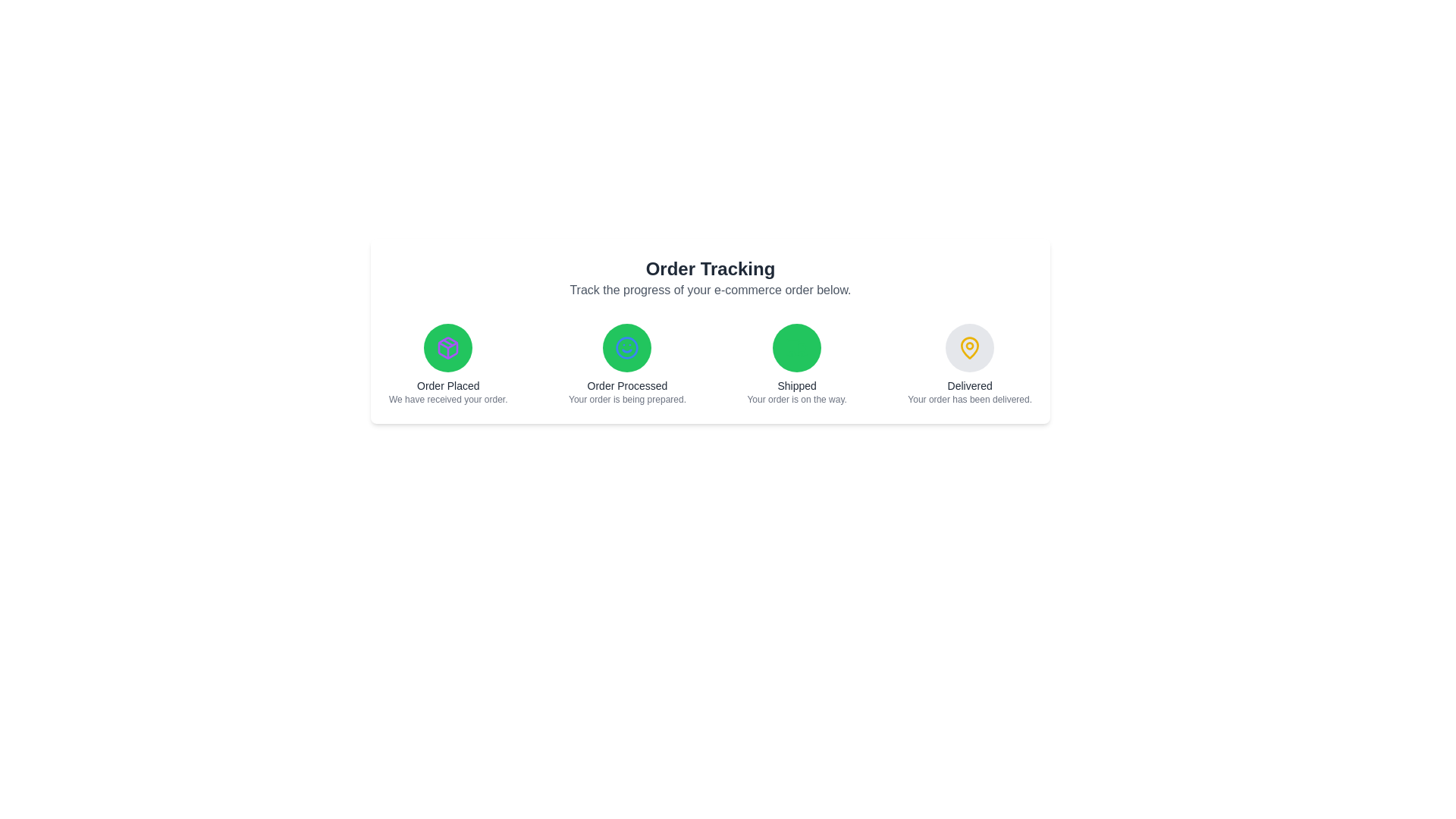 The height and width of the screenshot is (819, 1456). Describe the element at coordinates (969, 348) in the screenshot. I see `the yellow map pin icon located within a circular gray background, positioned near the 'Delivered' label in the user interface, which is the fourth icon in the sequence of order tracking stages` at that location.